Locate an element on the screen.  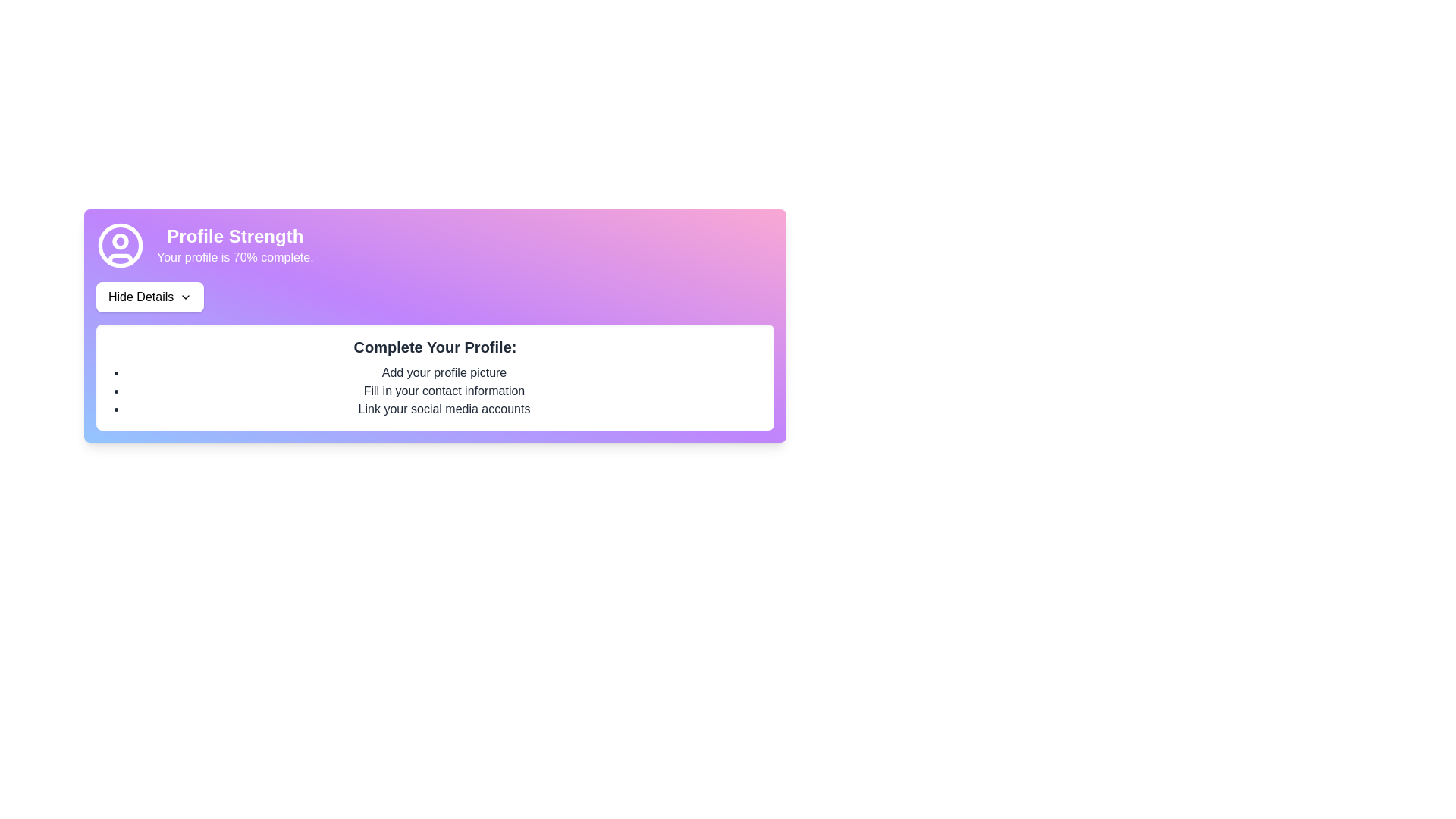
the Dropdown indicator icon (SVG) located on the right-hand side of the 'Hide Details' button, which serves as an indicator for expanding or collapsing content is located at coordinates (185, 297).